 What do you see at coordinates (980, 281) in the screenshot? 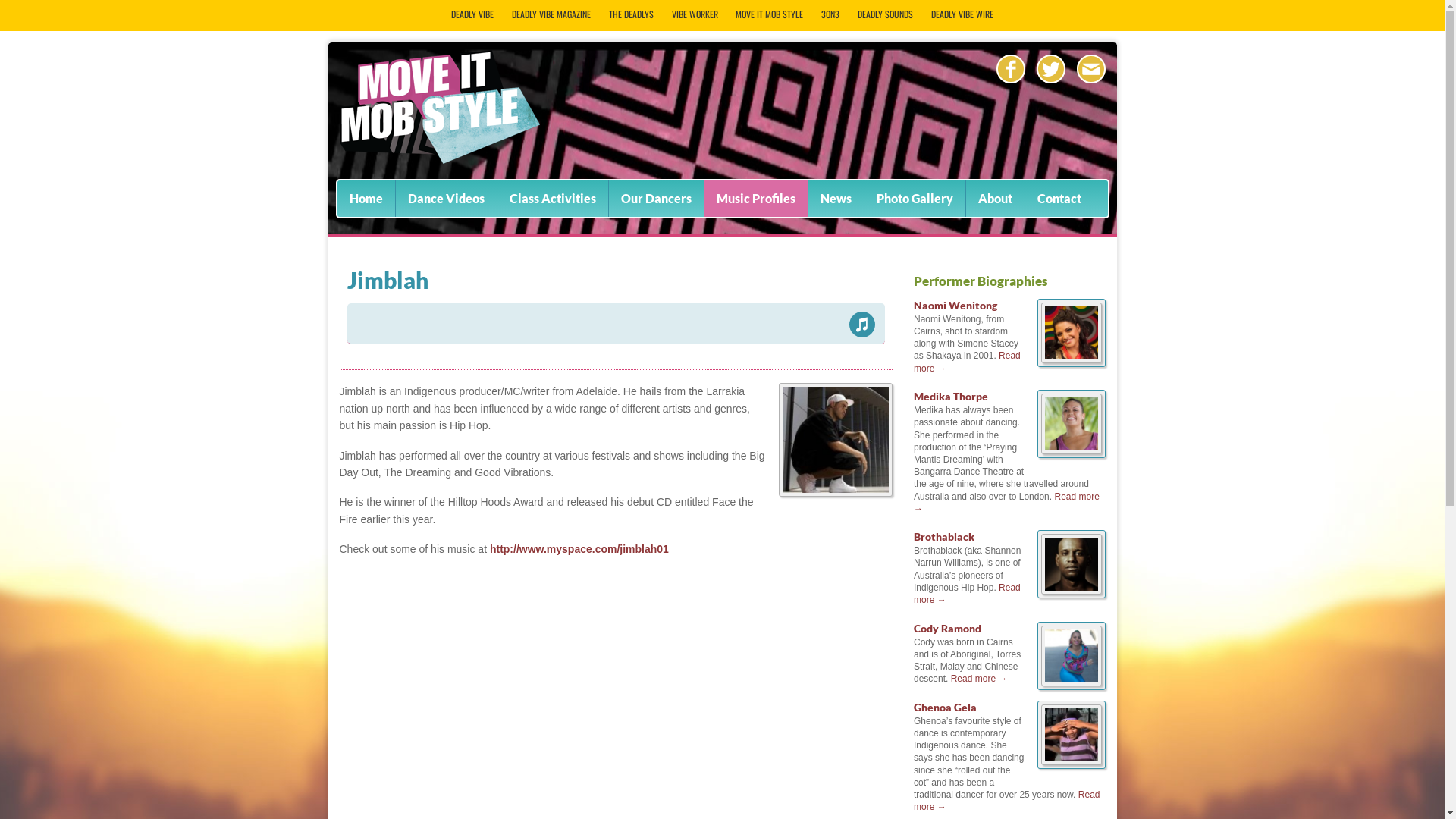
I see `'Performer Biographies'` at bounding box center [980, 281].